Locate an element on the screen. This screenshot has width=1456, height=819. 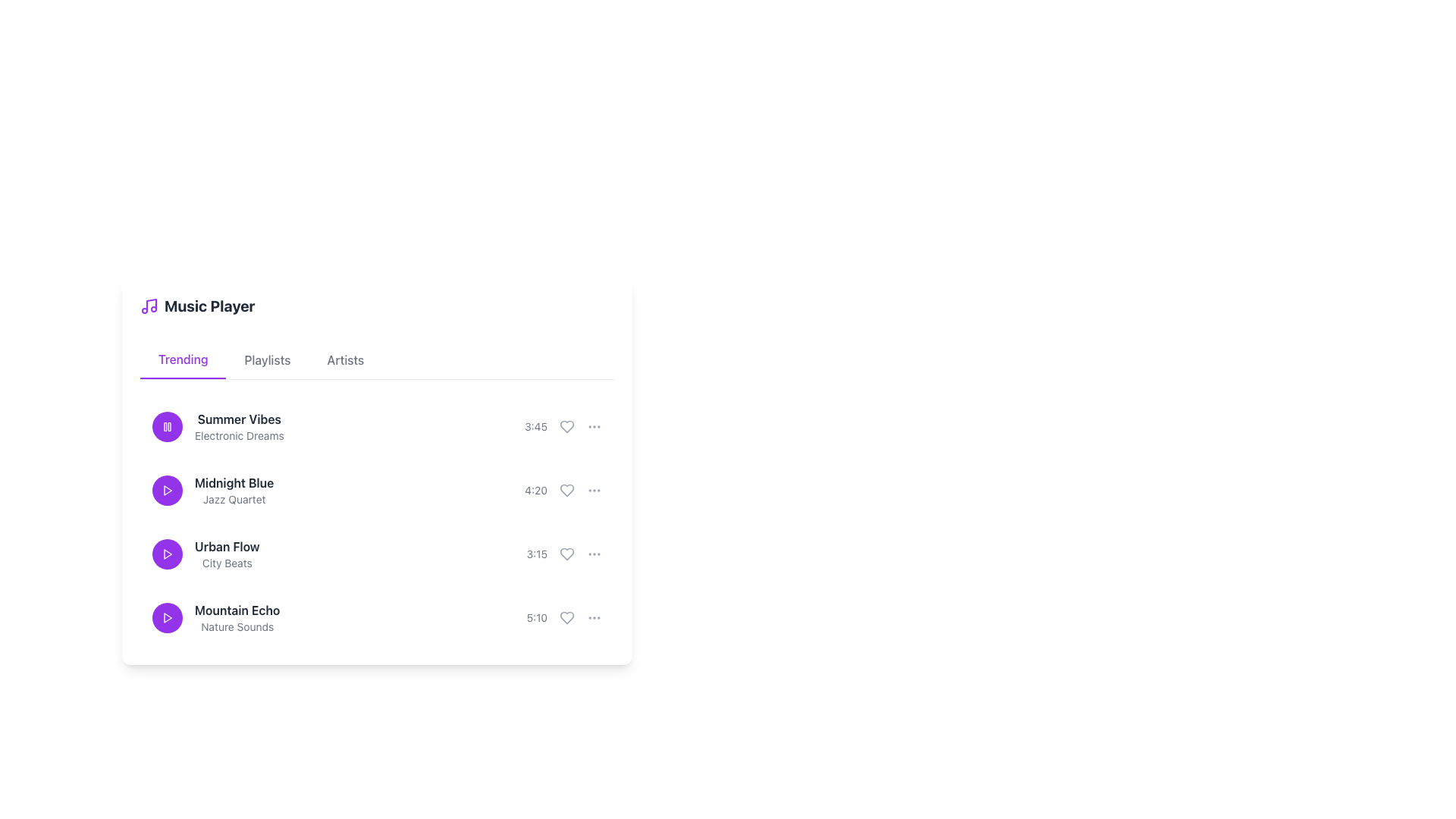
the play button located in the second item of the 'Trending' section for the song 'Midnight Blue' by 'Jazz Quartet' is located at coordinates (167, 491).